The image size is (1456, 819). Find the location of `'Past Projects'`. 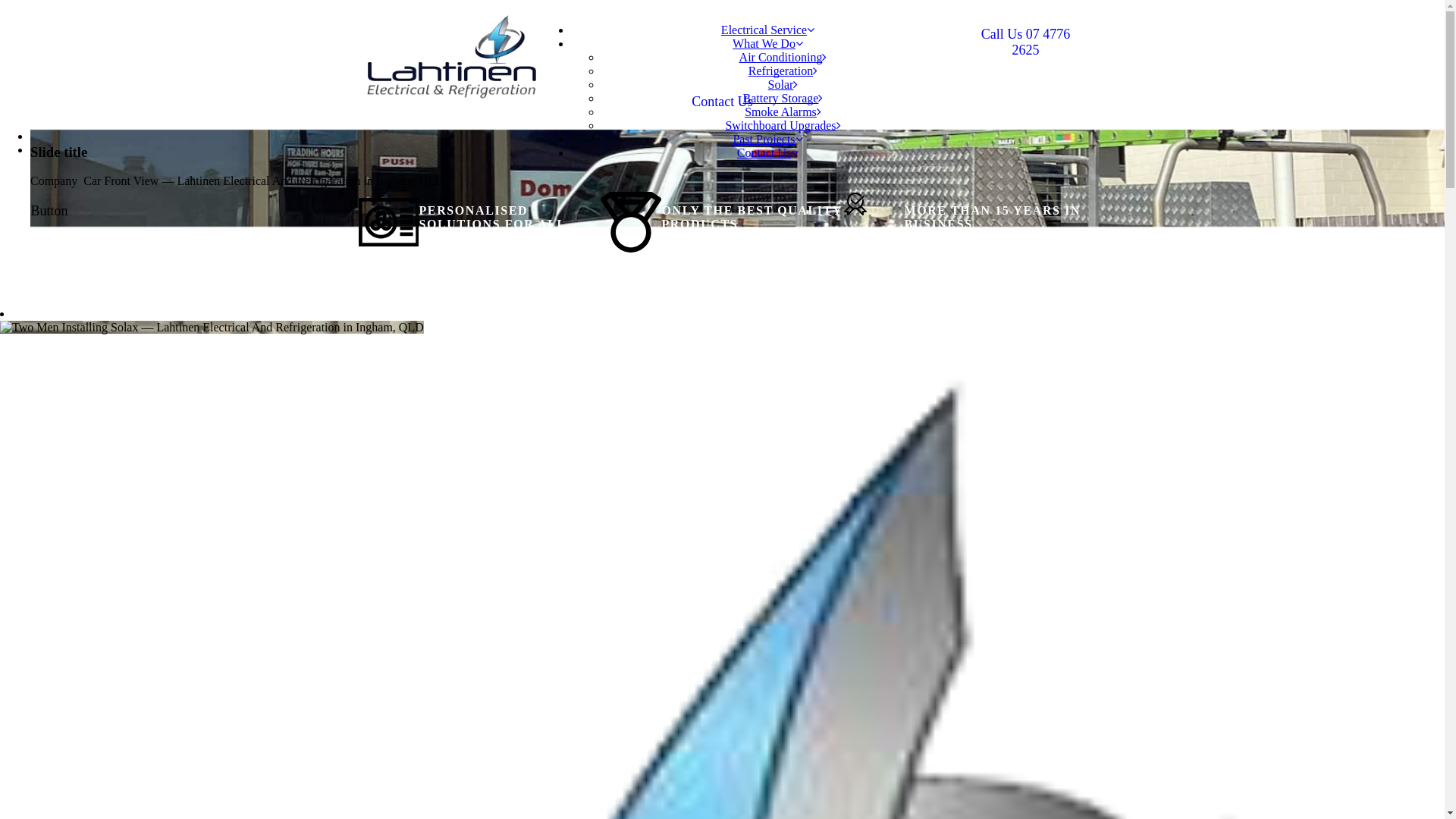

'Past Projects' is located at coordinates (767, 139).